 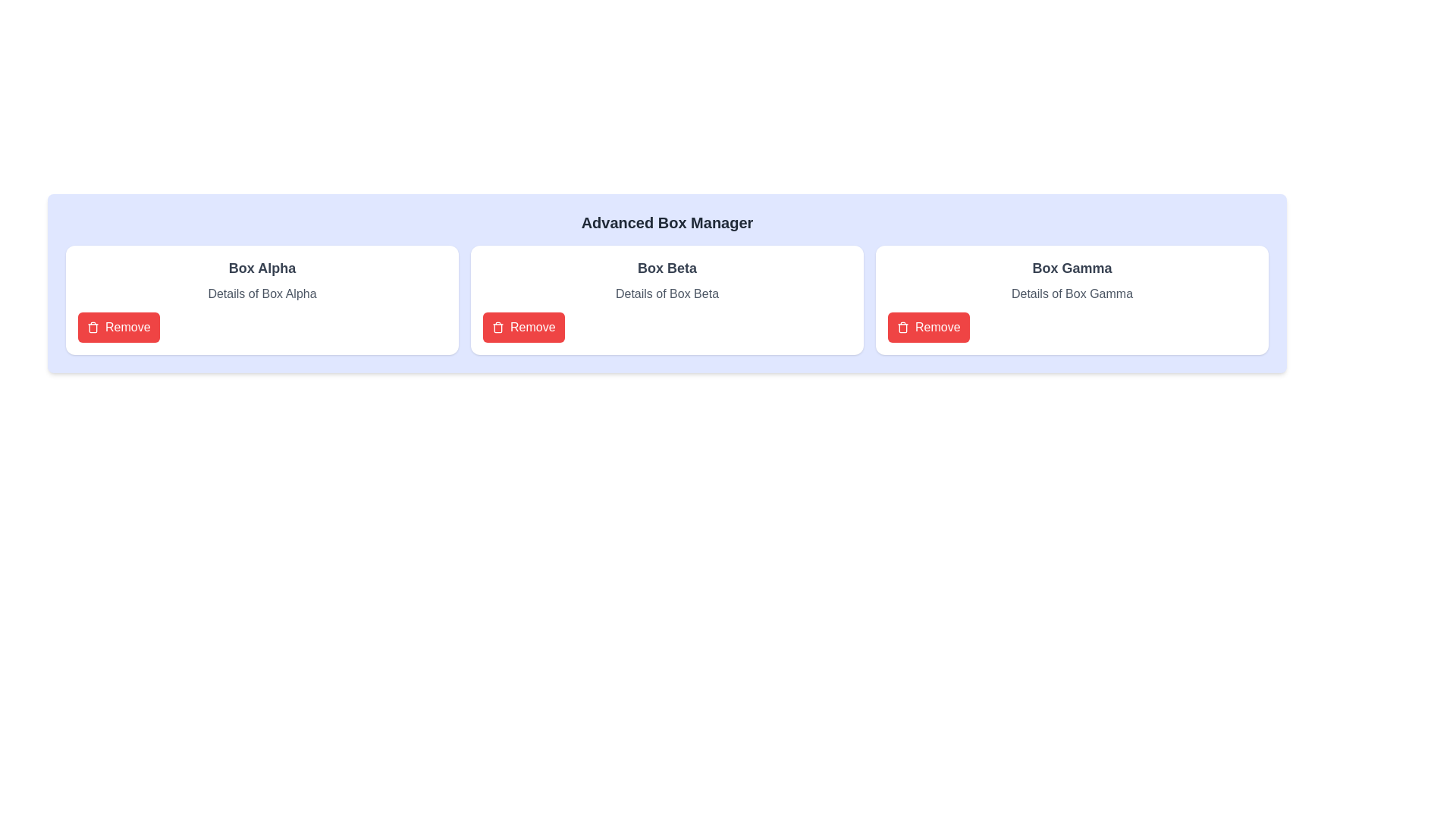 I want to click on the 'Remove' button with a red background and white text, so click(x=118, y=327).